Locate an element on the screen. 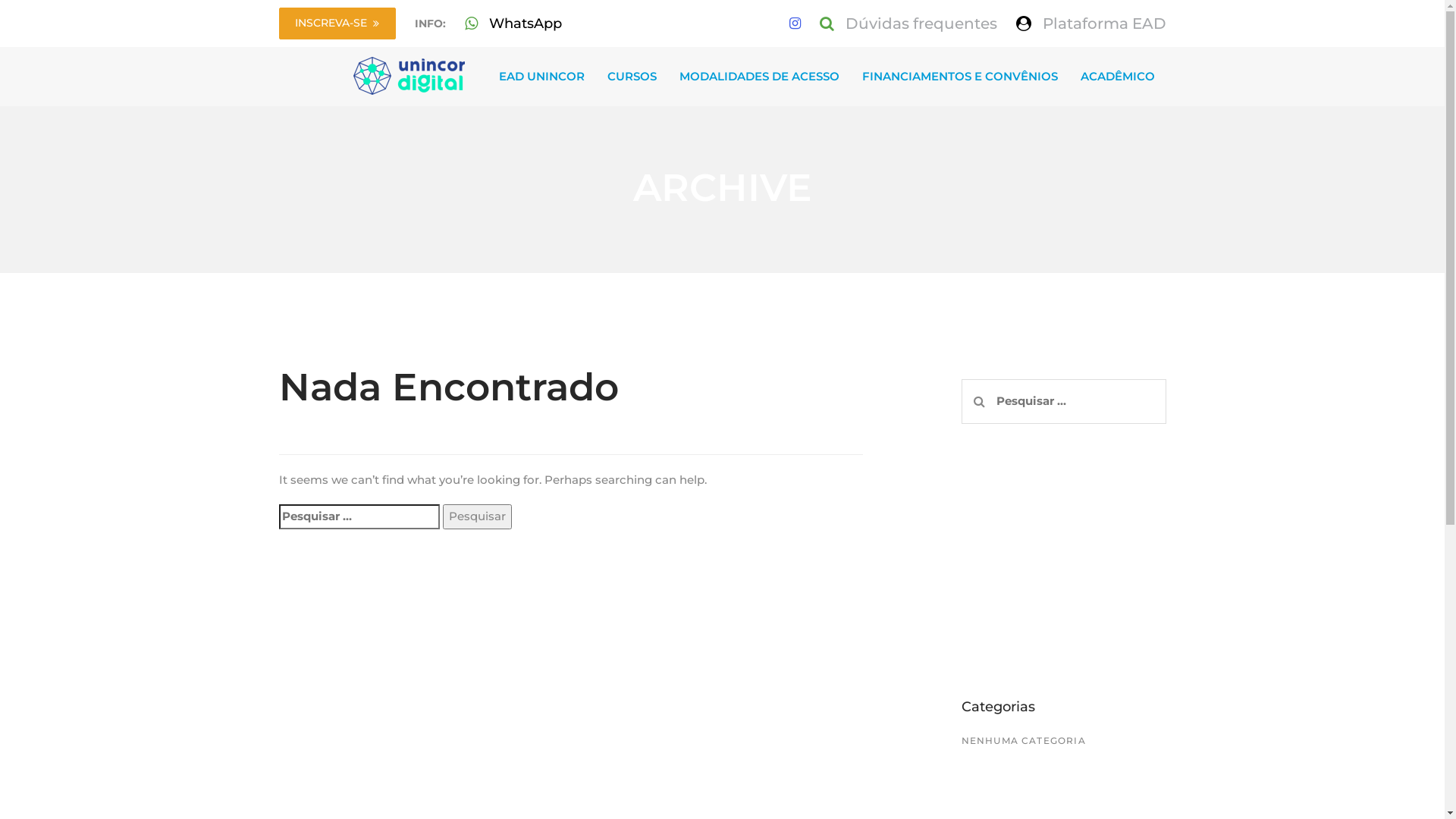 This screenshot has height=819, width=1456. 'INSCREVA-SE' is located at coordinates (337, 23).